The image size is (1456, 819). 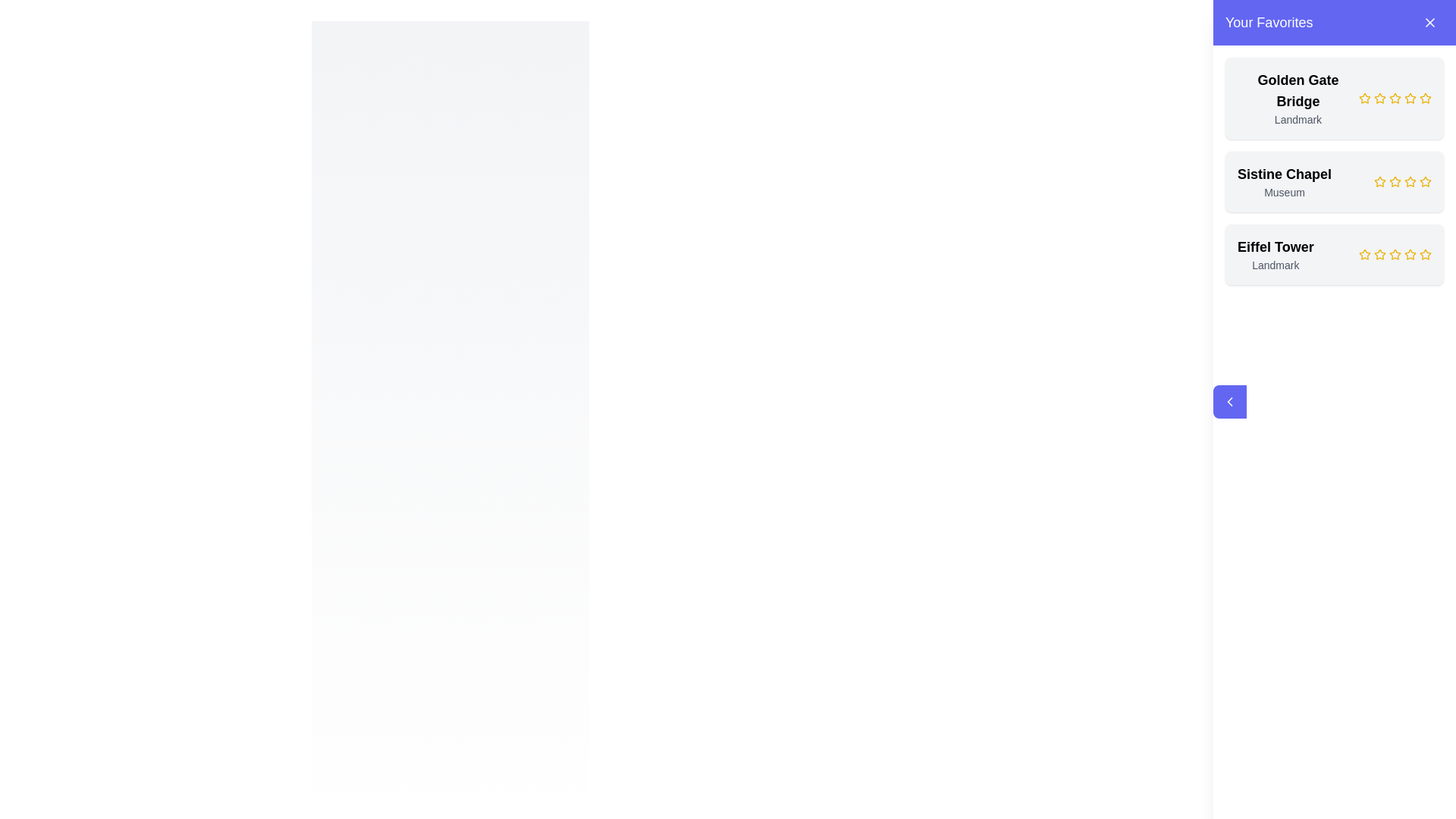 What do you see at coordinates (1425, 99) in the screenshot?
I see `the fifth yellow star icon in the rating mechanism for the 'Golden Gate Bridge' in the 'Your Favorites' section` at bounding box center [1425, 99].